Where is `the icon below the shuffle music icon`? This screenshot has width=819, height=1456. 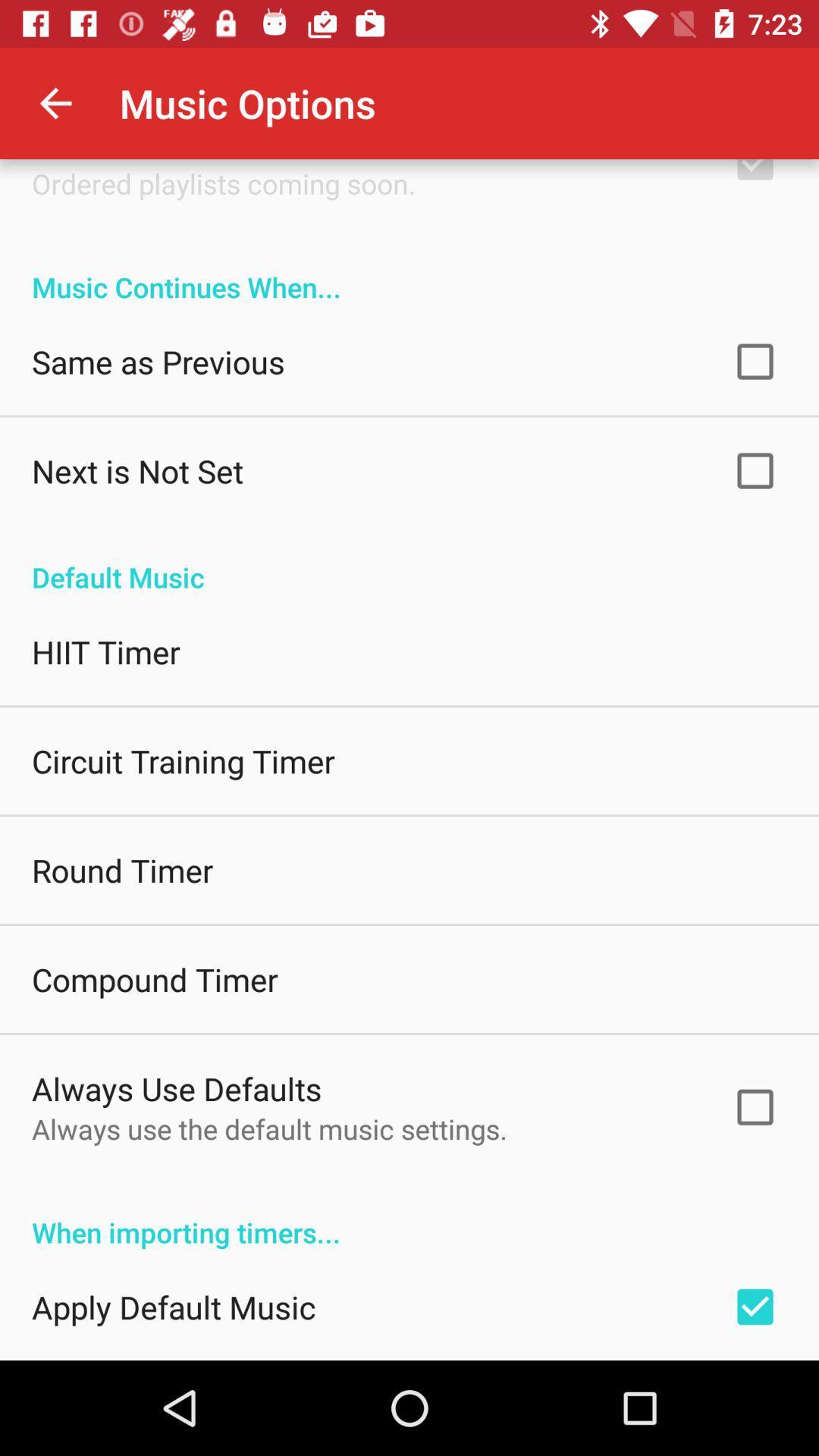 the icon below the shuffle music icon is located at coordinates (224, 183).